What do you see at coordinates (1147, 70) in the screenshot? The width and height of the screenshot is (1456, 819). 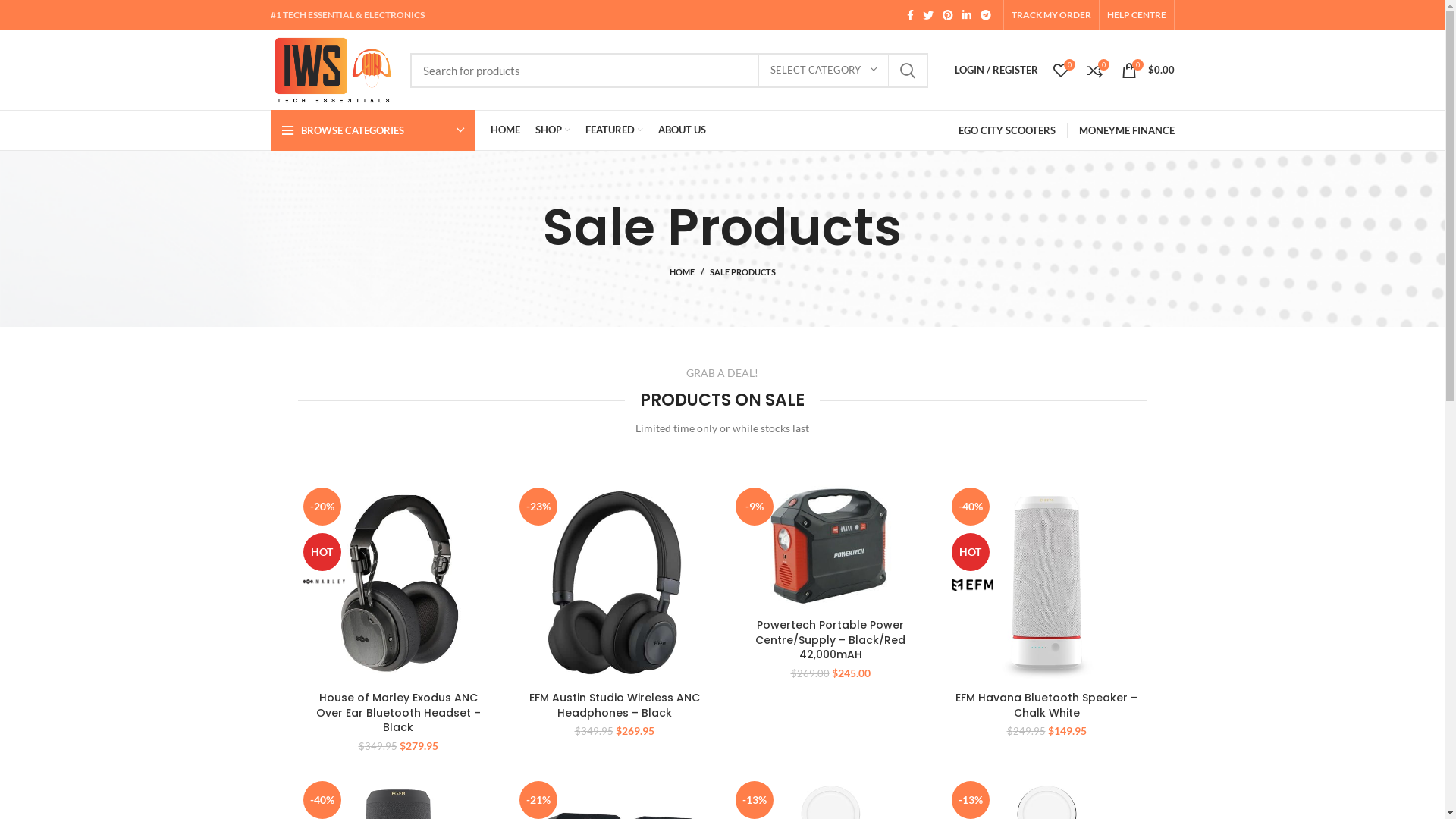 I see `'0` at bounding box center [1147, 70].